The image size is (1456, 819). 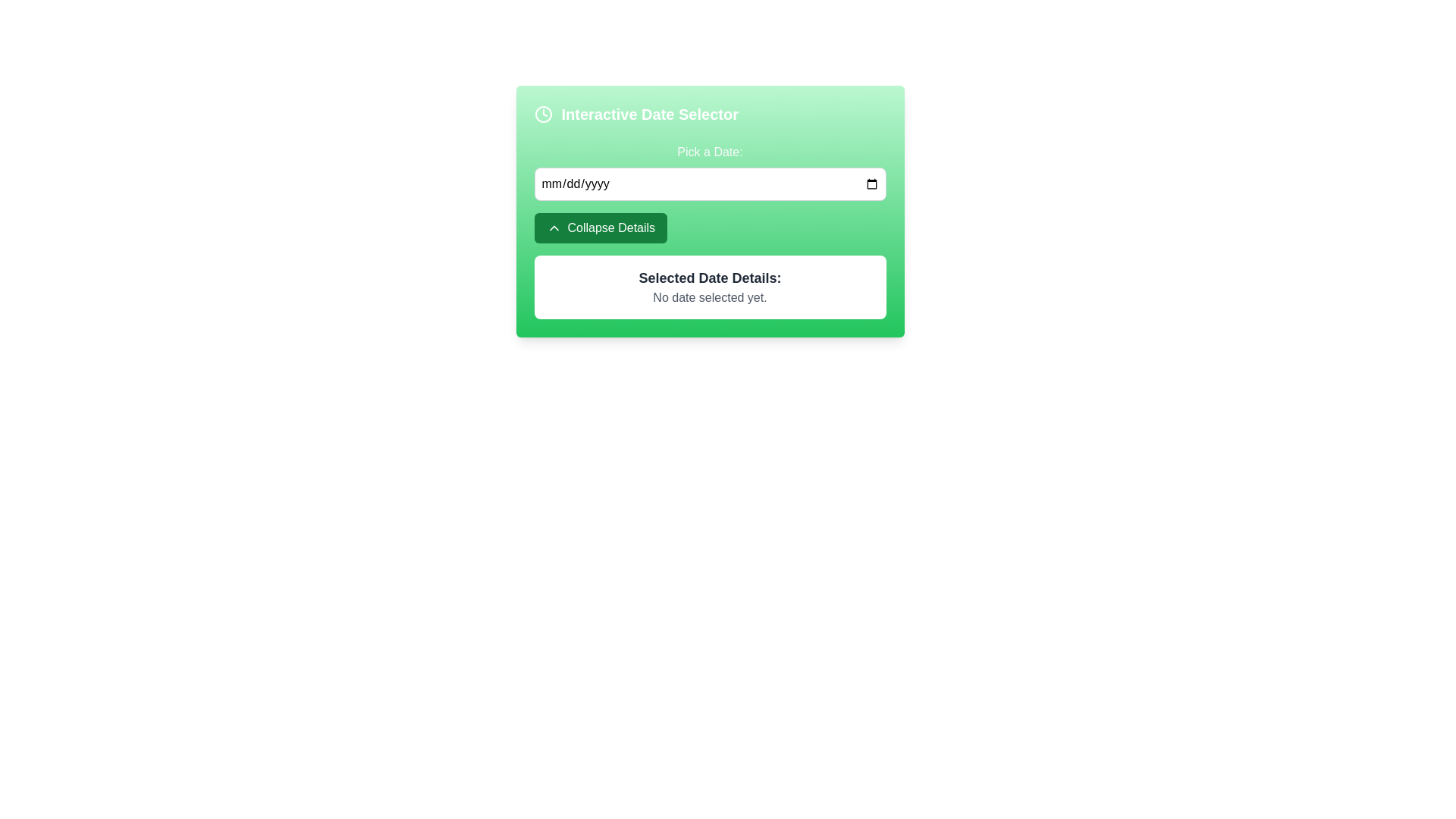 I want to click on the circular SVG element representing the clock icon, which is located at the center of the clock and has a radius of 10 pixels, so click(x=543, y=113).